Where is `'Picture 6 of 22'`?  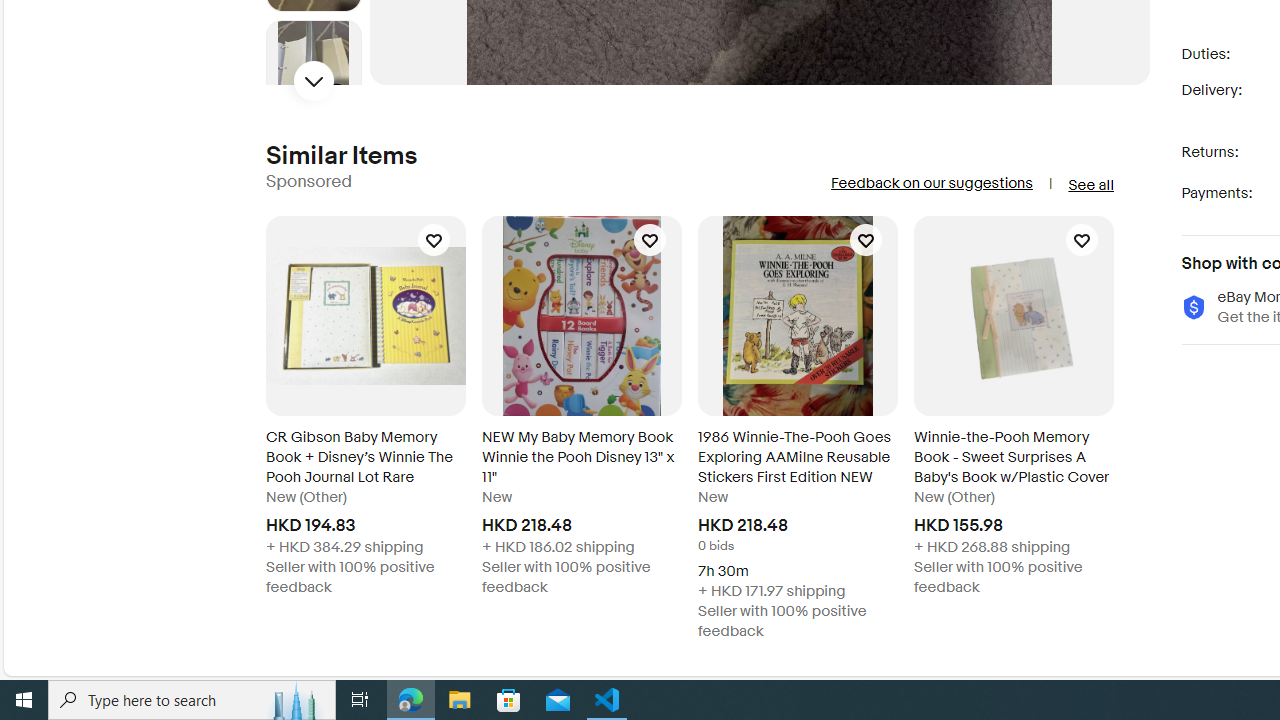 'Picture 6 of 22' is located at coordinates (312, 67).